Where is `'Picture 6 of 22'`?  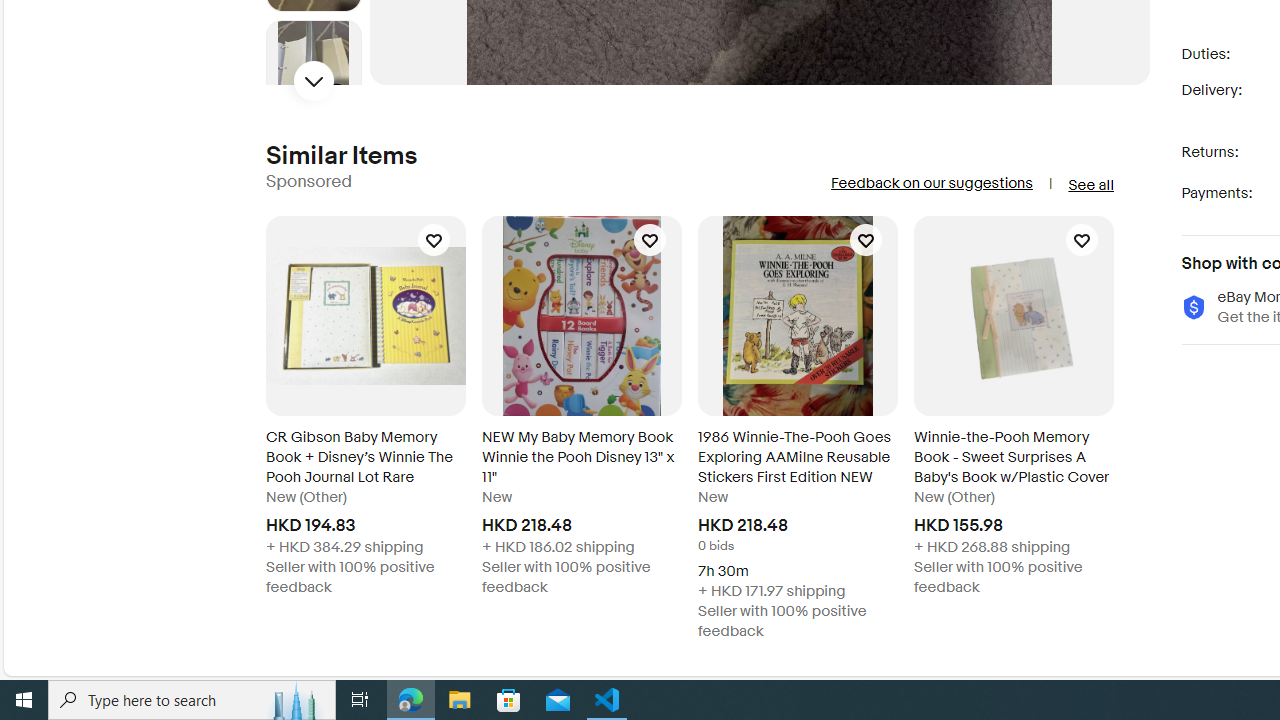 'Picture 6 of 22' is located at coordinates (312, 67).